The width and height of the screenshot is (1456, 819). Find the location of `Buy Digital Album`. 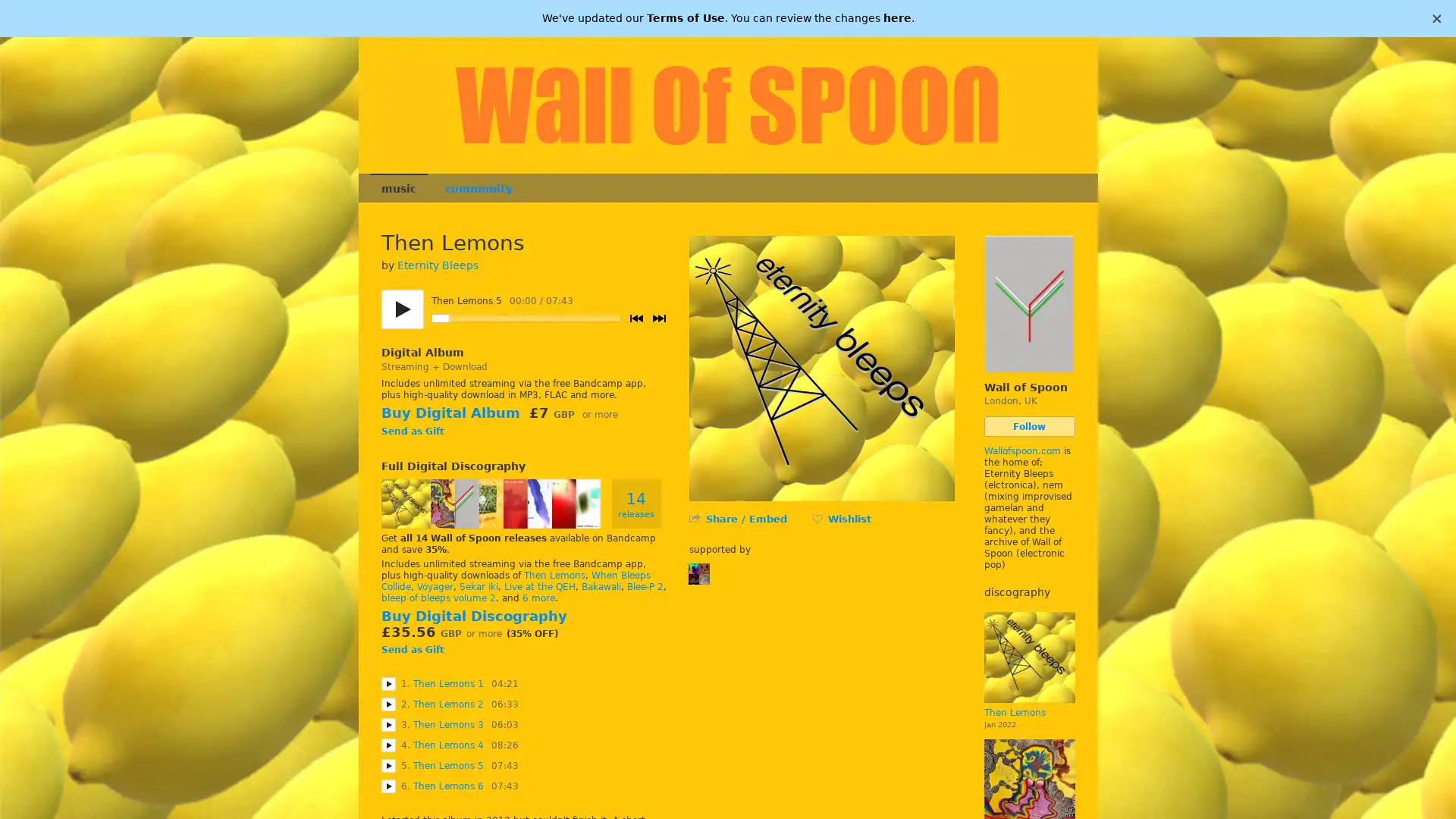

Buy Digital Album is located at coordinates (449, 413).